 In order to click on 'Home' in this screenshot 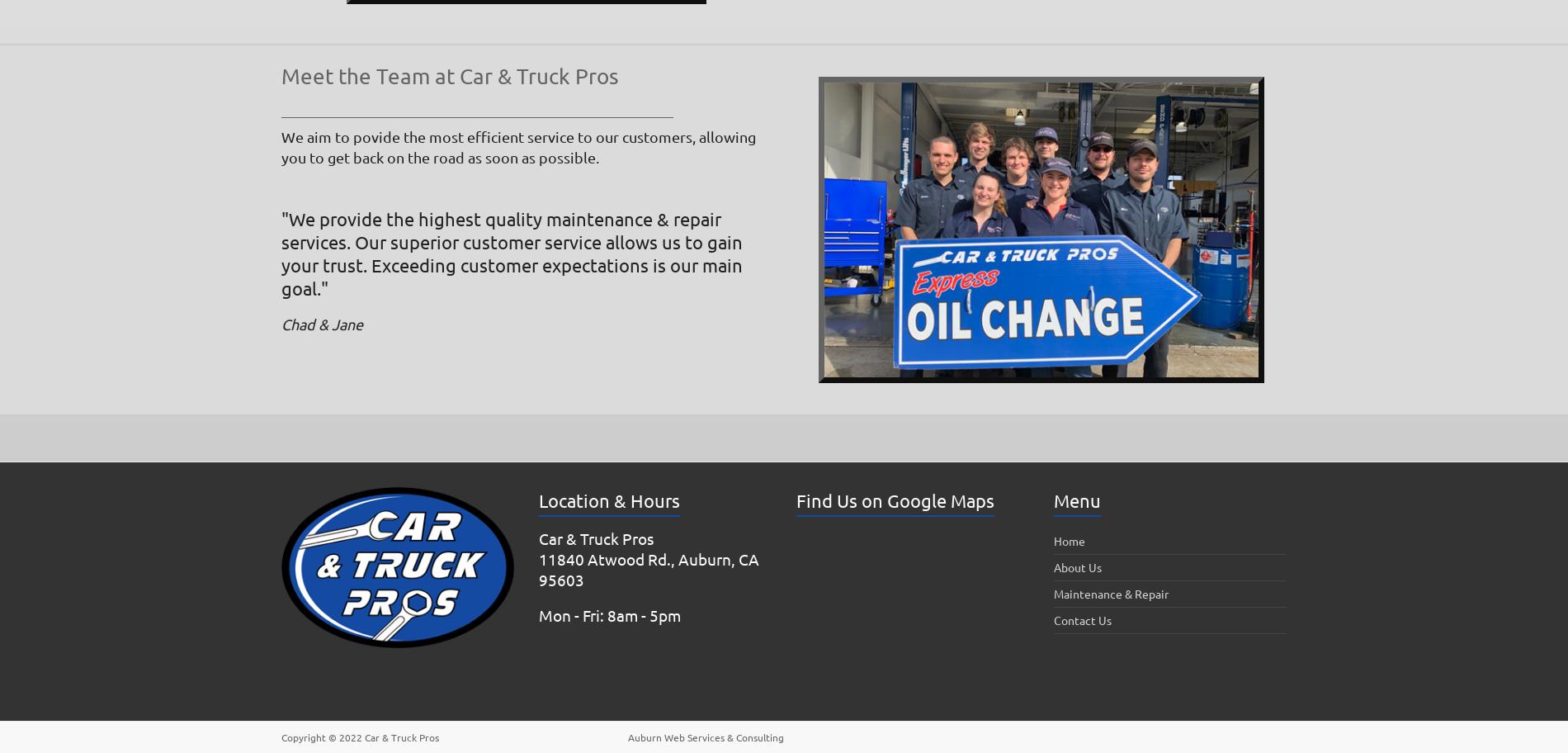, I will do `click(1068, 539)`.